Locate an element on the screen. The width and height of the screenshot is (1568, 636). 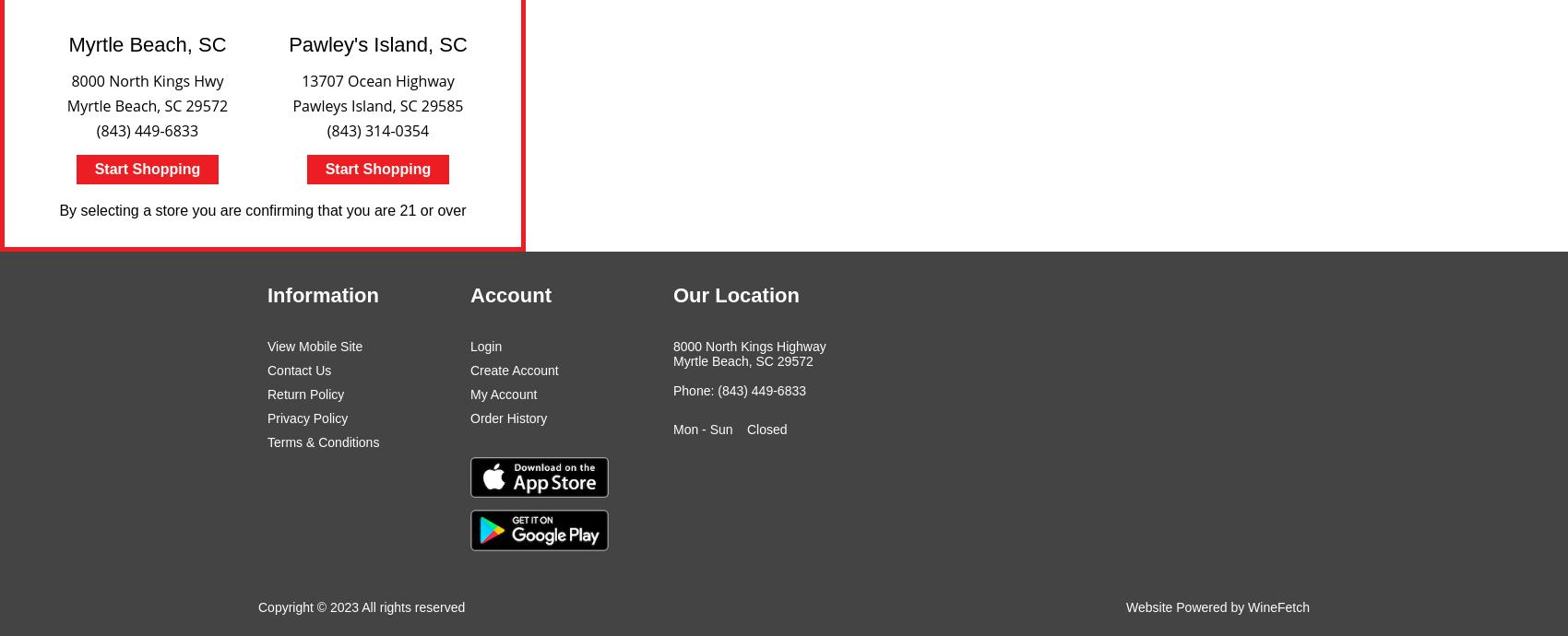
'Website Powered by' is located at coordinates (1187, 605).